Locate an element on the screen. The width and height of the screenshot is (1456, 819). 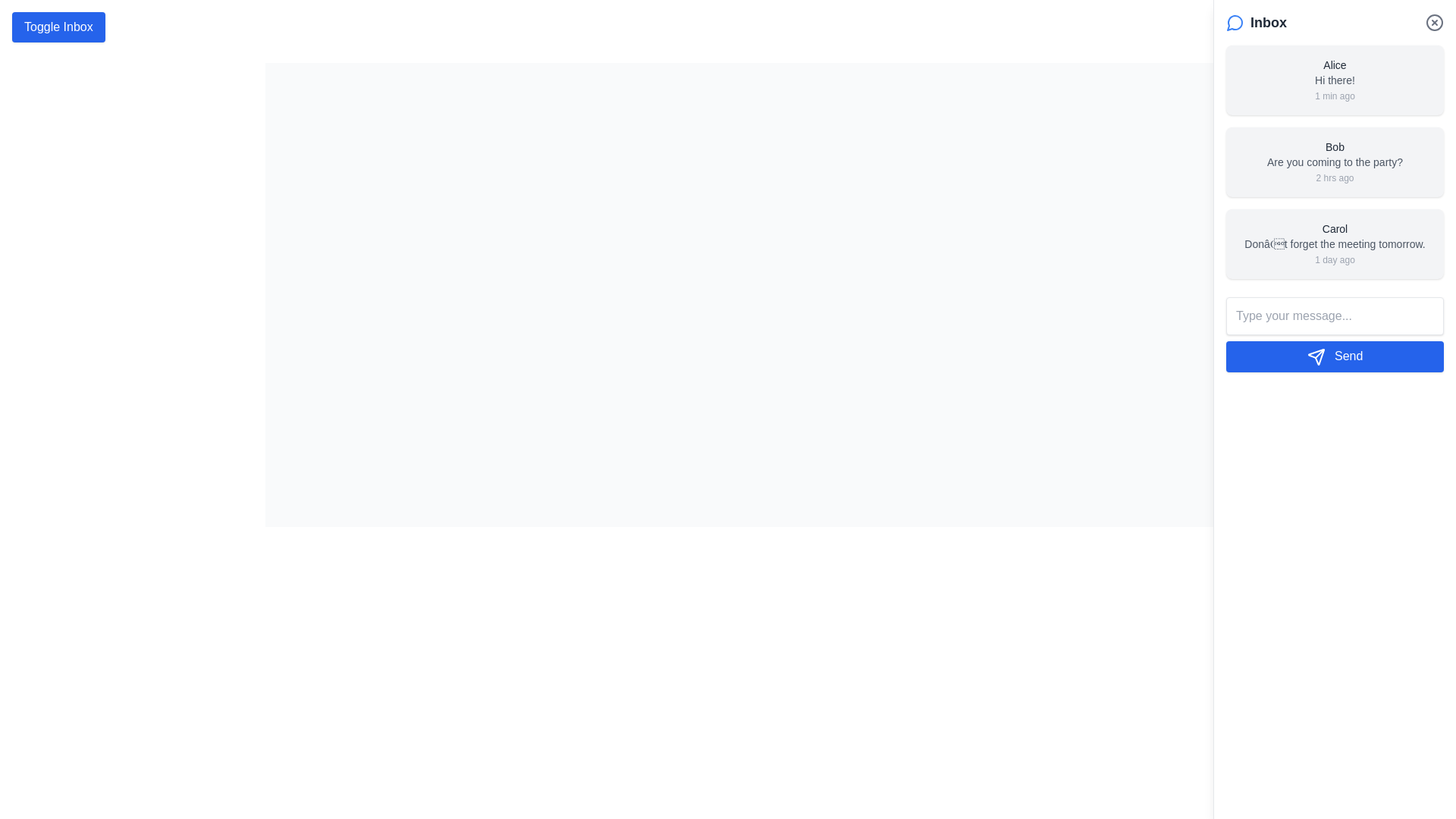
the 'Send' button, which is a rectangular button with a blue background and white text located at the lower part of the message panel on the right side of the interface is located at coordinates (1335, 356).